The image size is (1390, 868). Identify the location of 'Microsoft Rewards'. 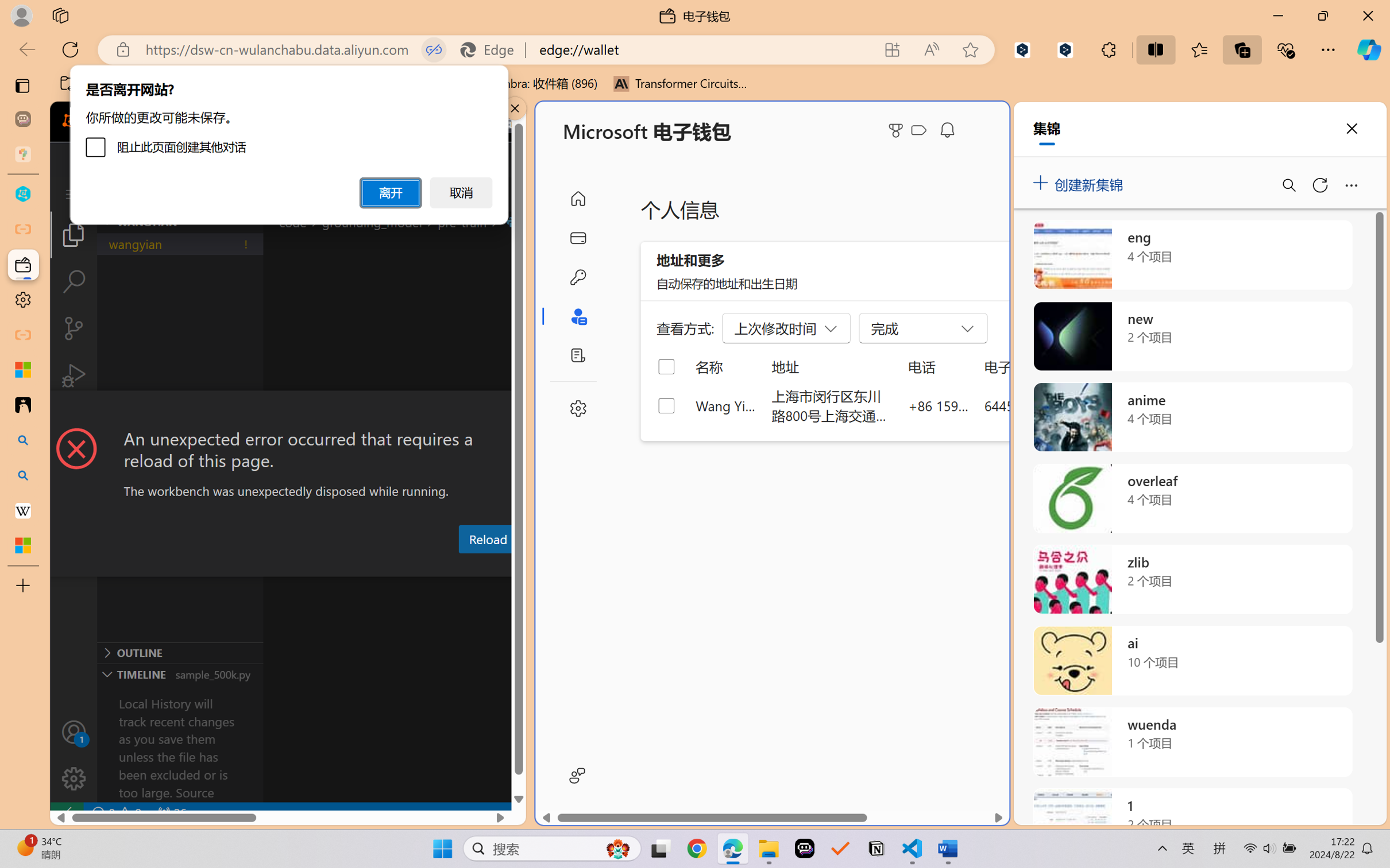
(898, 130).